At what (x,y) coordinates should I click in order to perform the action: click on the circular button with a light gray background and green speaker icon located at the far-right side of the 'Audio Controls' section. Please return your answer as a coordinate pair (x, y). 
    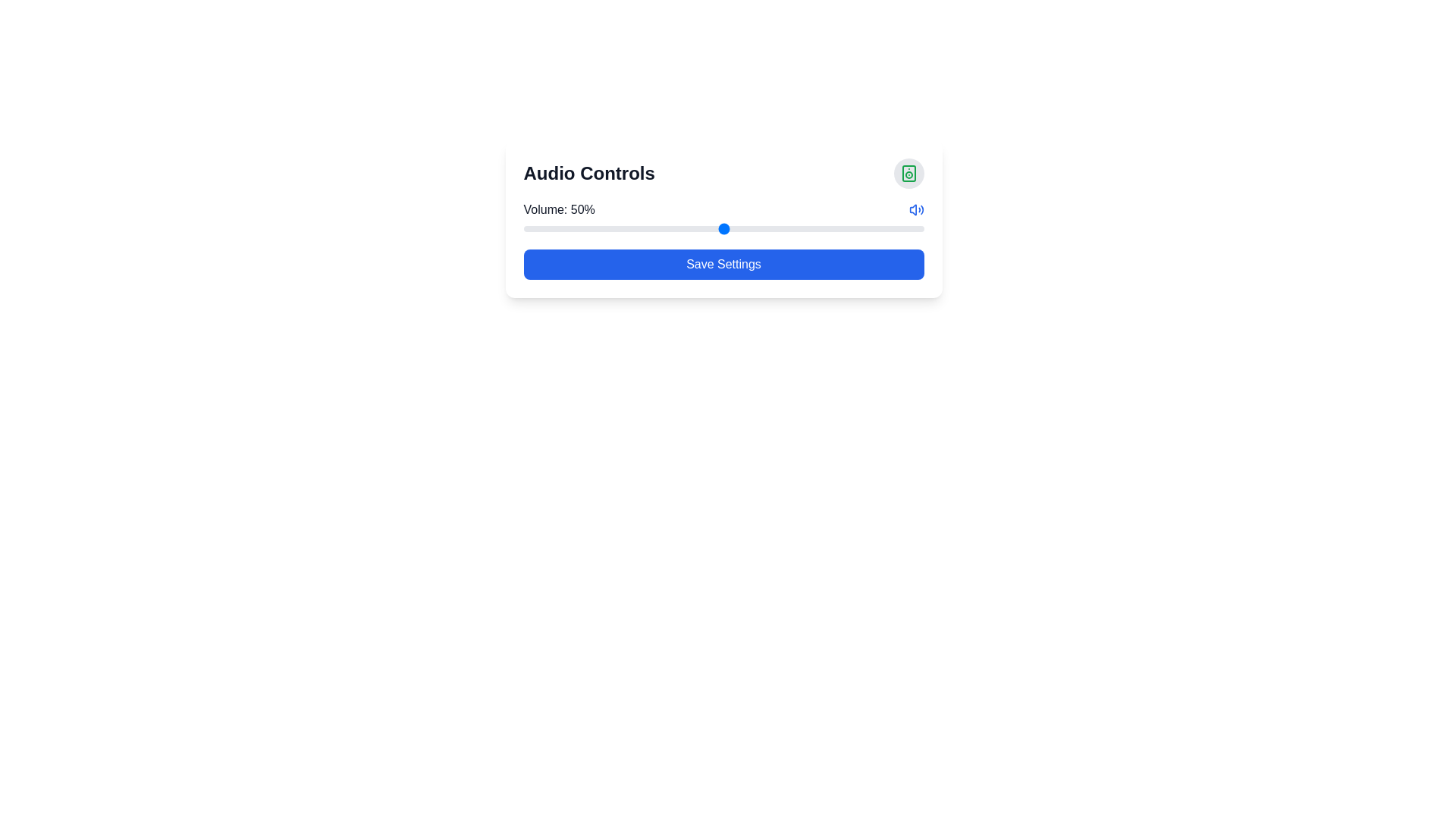
    Looking at the image, I should click on (908, 172).